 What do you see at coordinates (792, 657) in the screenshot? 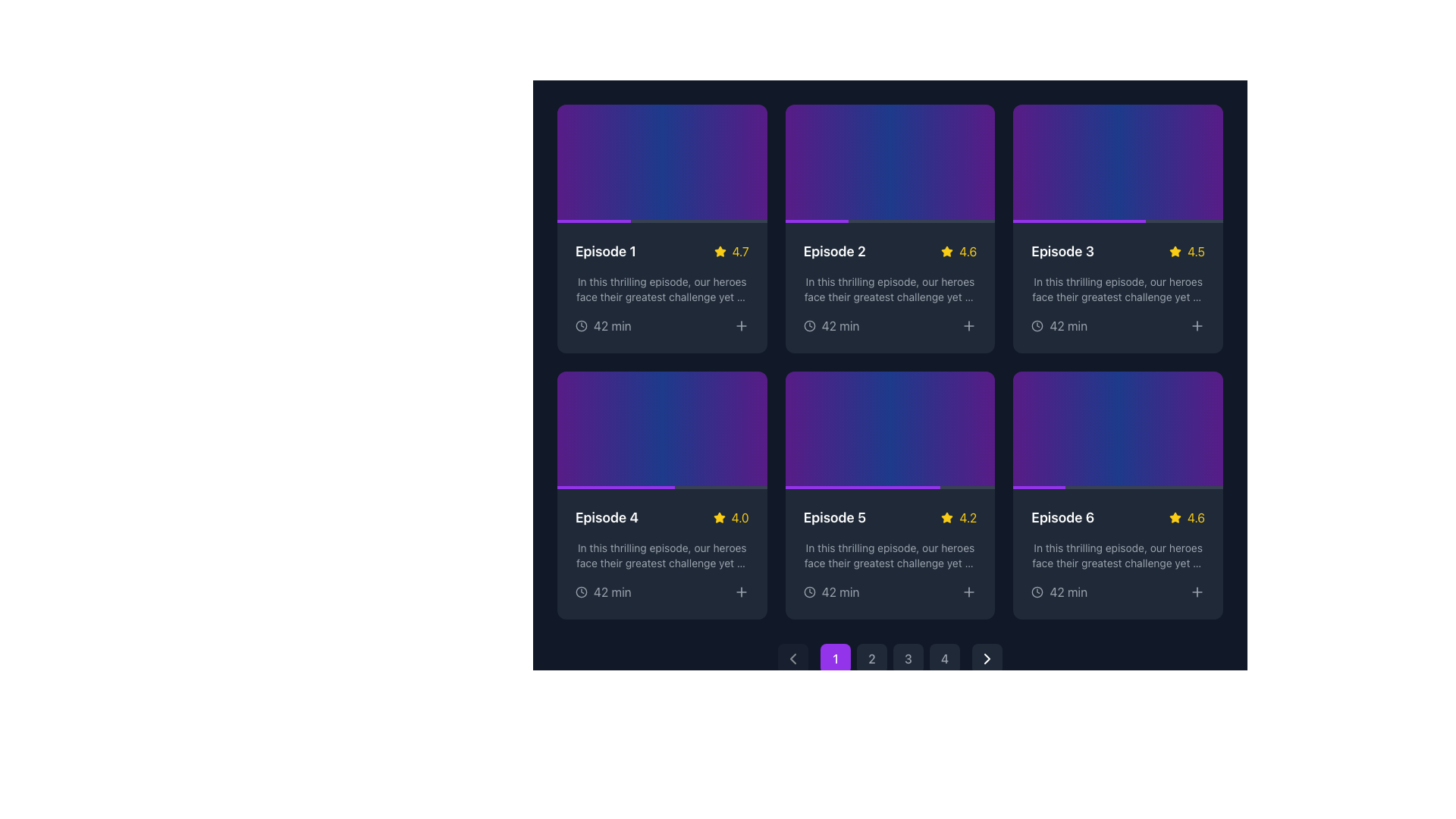
I see `the 'previous page' button with an arrow` at bounding box center [792, 657].